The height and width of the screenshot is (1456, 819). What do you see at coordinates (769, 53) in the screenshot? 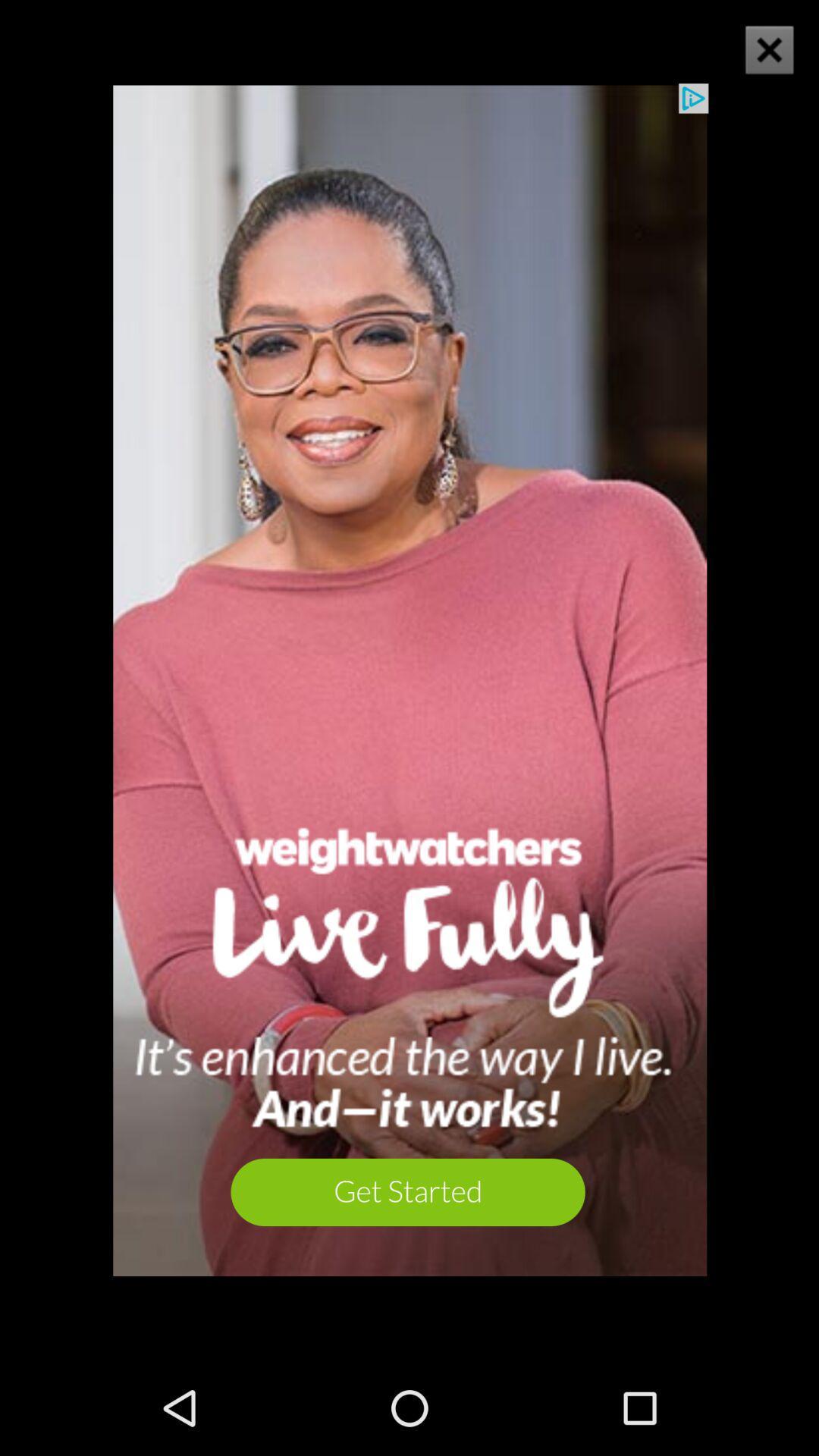
I see `the close icon` at bounding box center [769, 53].